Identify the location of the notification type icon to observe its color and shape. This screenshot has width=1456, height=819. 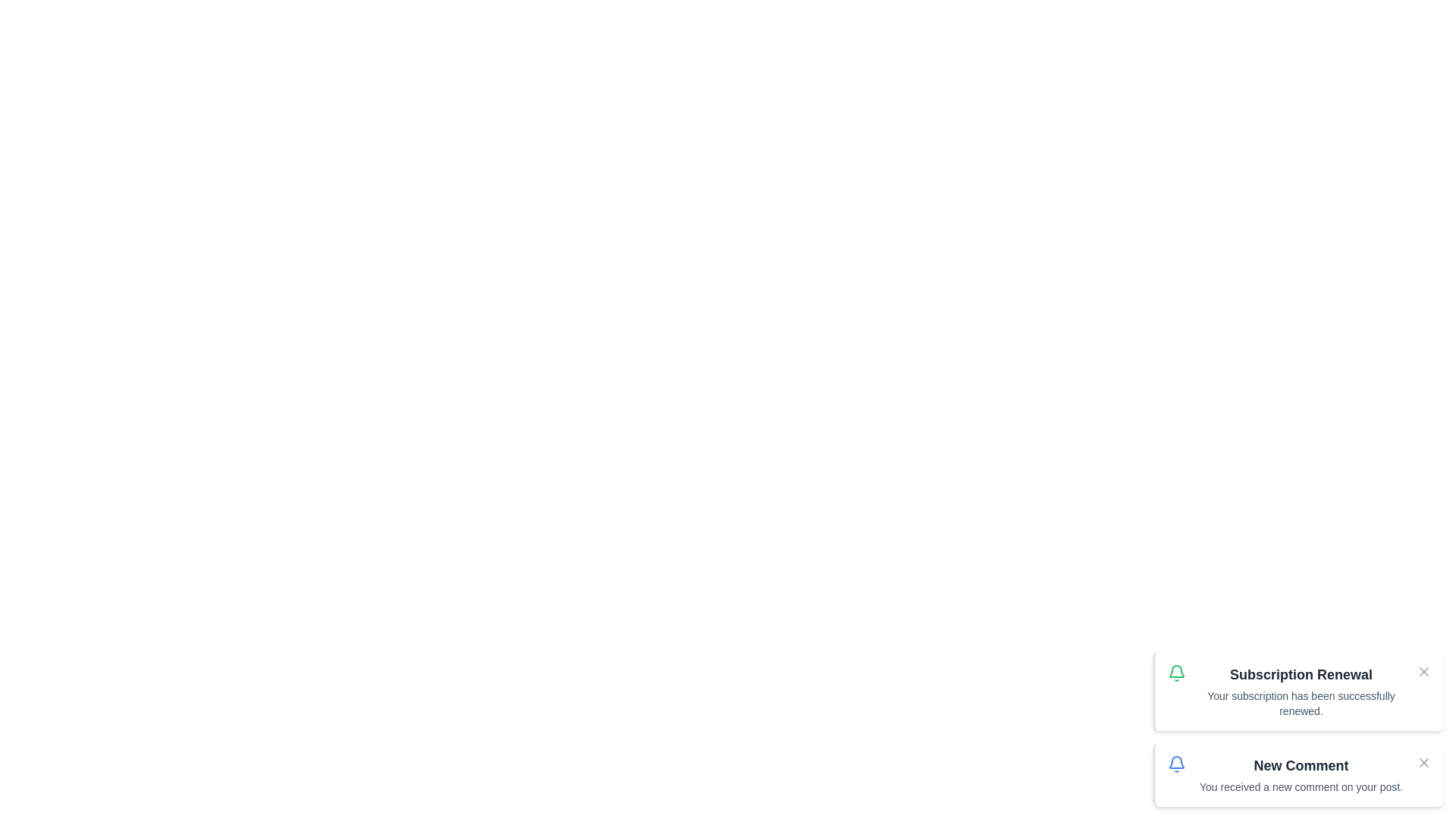
(1175, 672).